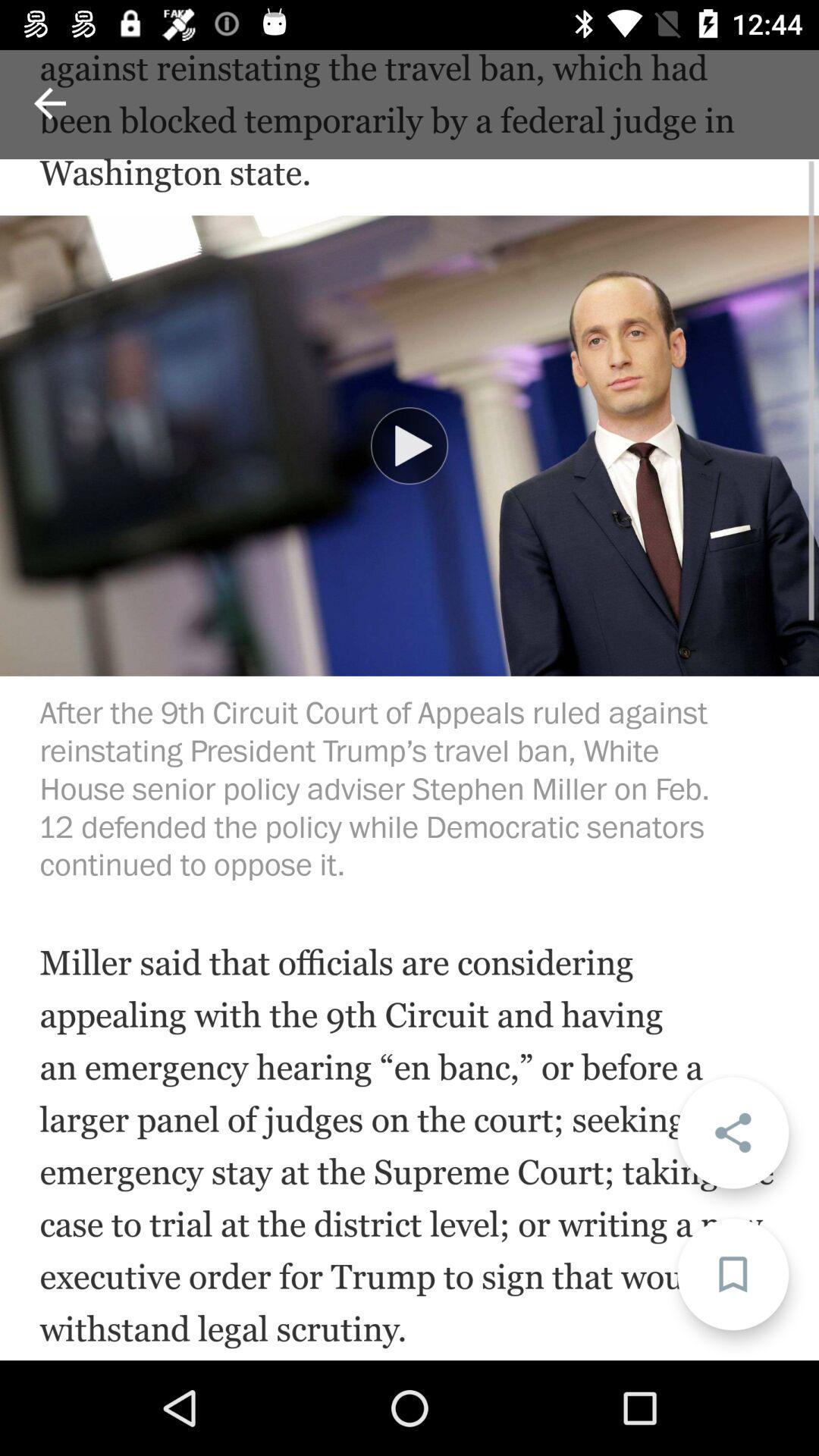  Describe the element at coordinates (49, 102) in the screenshot. I see `back` at that location.